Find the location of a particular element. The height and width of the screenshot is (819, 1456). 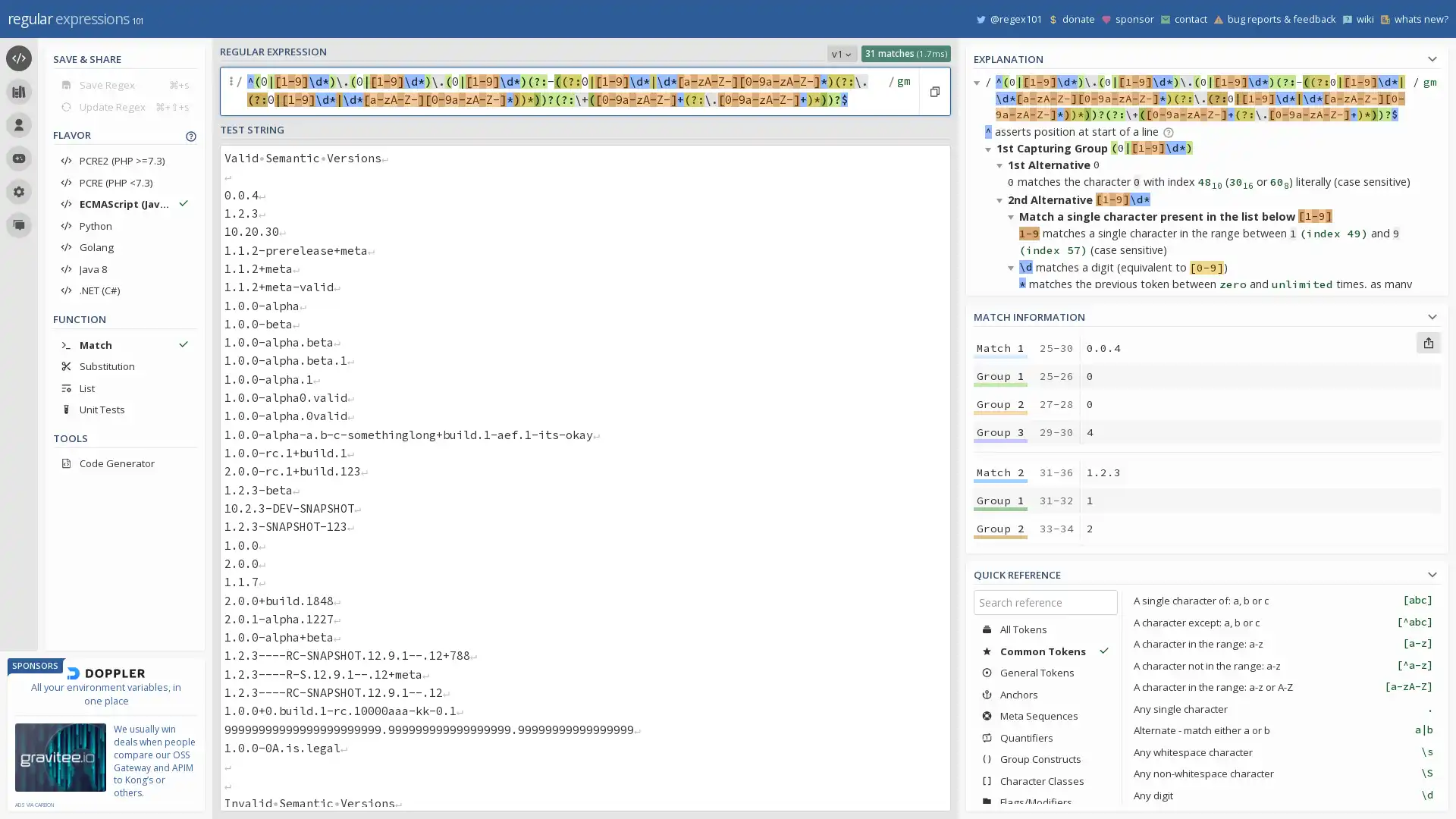

A character in the range: a-z [a-z] is located at coordinates (1282, 643).